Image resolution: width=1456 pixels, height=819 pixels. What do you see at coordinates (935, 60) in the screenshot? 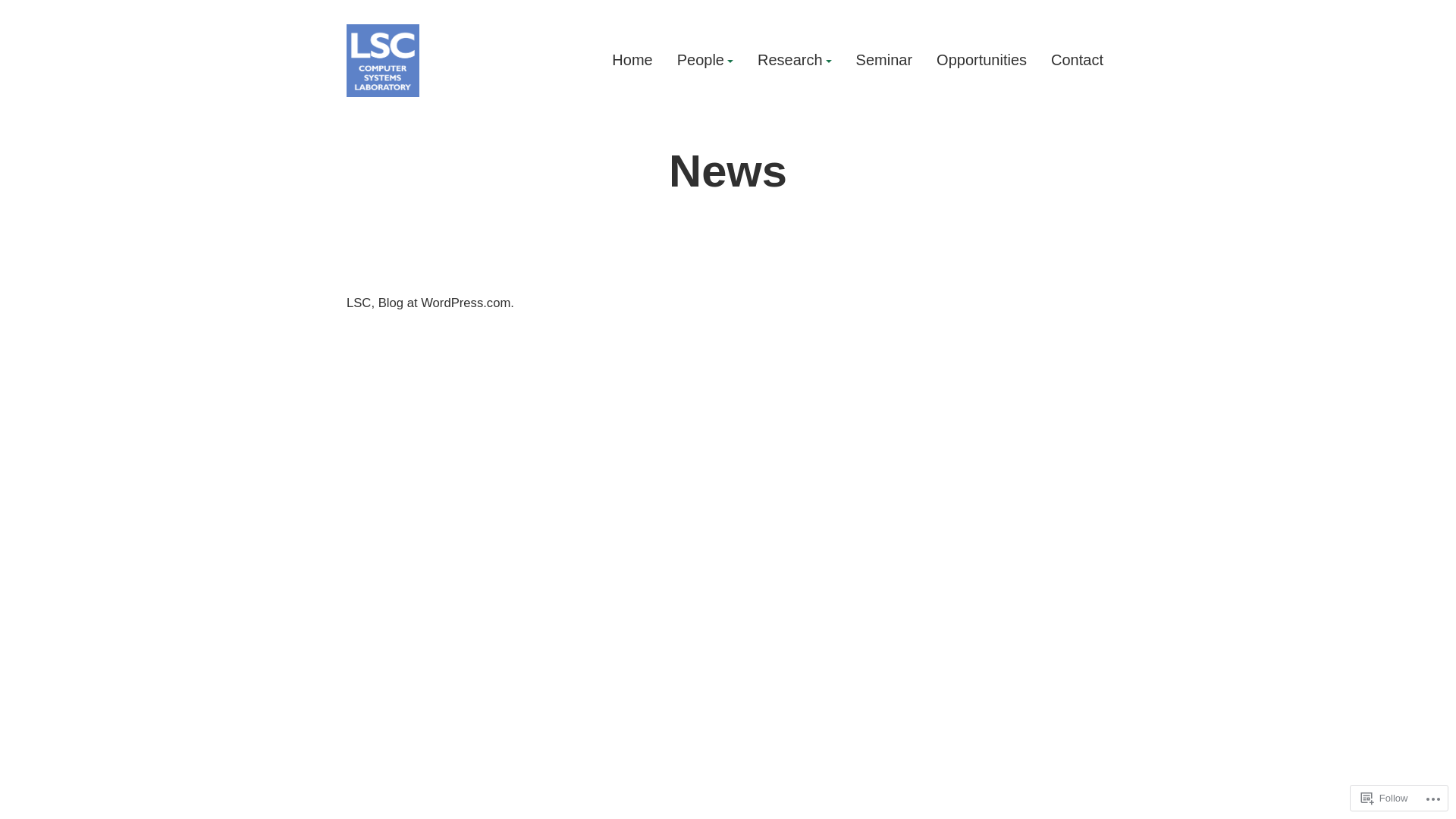
I see `'Opportunities'` at bounding box center [935, 60].